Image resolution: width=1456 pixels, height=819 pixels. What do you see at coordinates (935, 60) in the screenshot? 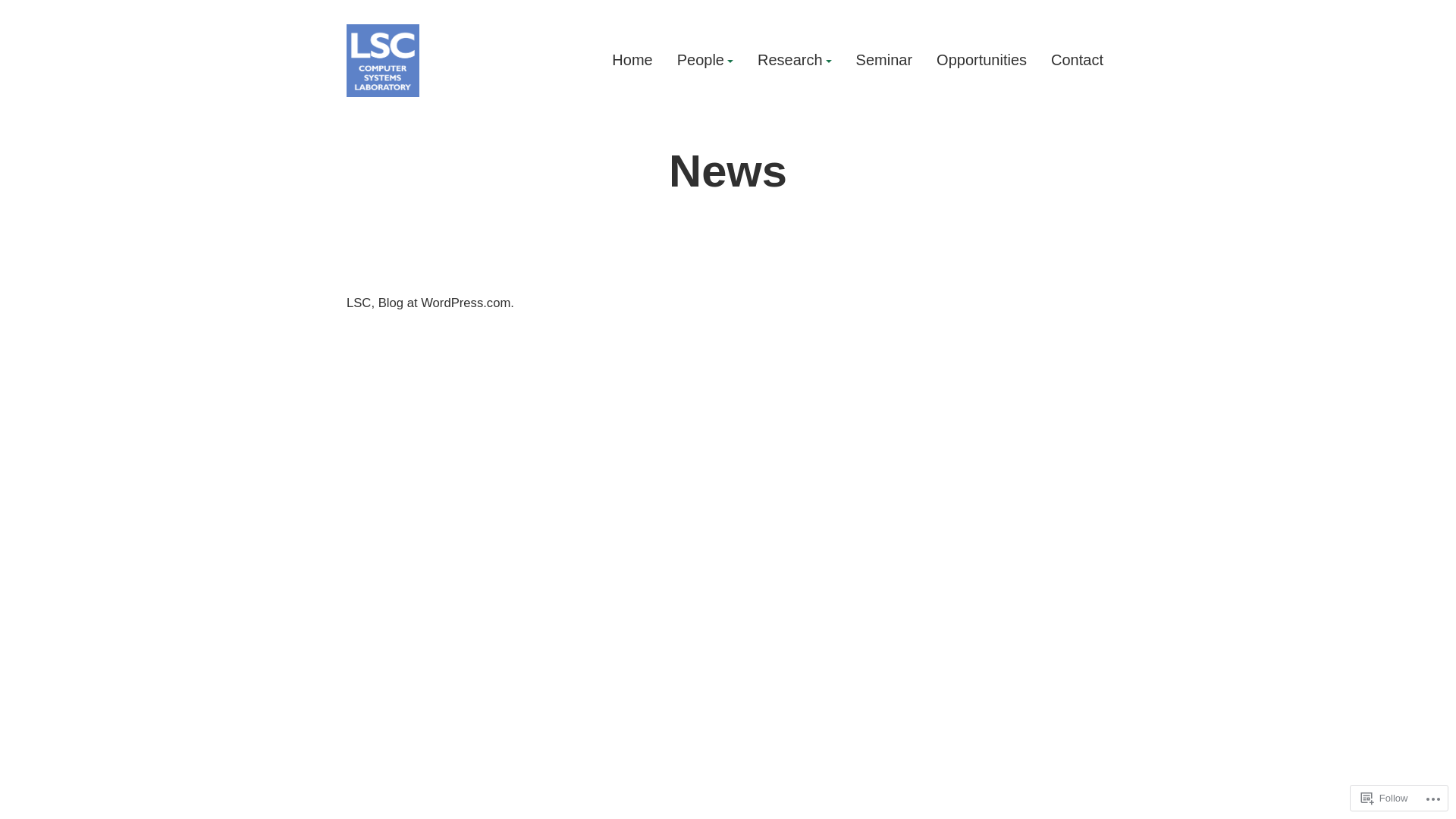
I see `'Opportunities'` at bounding box center [935, 60].